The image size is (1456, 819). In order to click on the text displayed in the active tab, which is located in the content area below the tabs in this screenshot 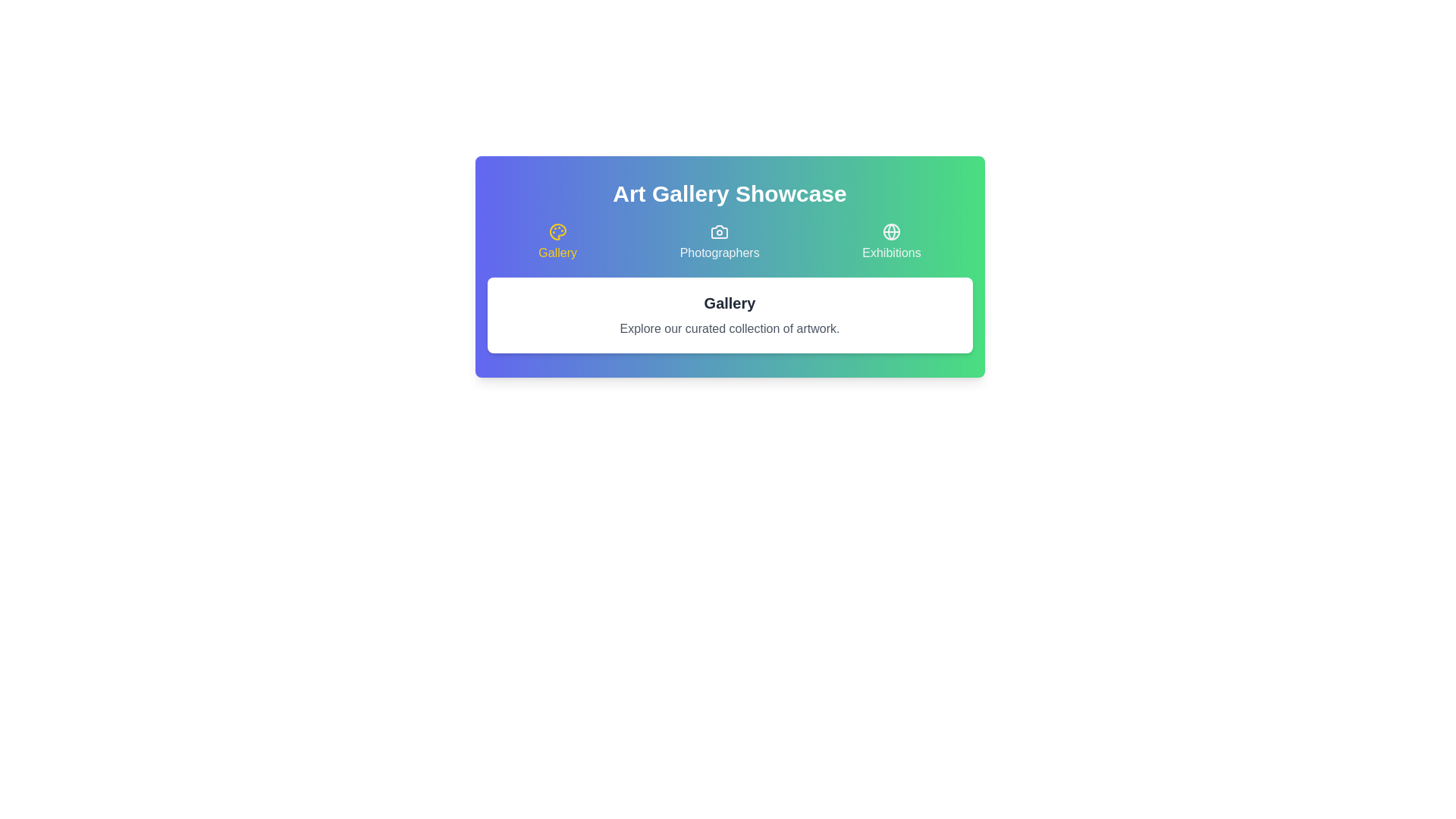, I will do `click(730, 315)`.